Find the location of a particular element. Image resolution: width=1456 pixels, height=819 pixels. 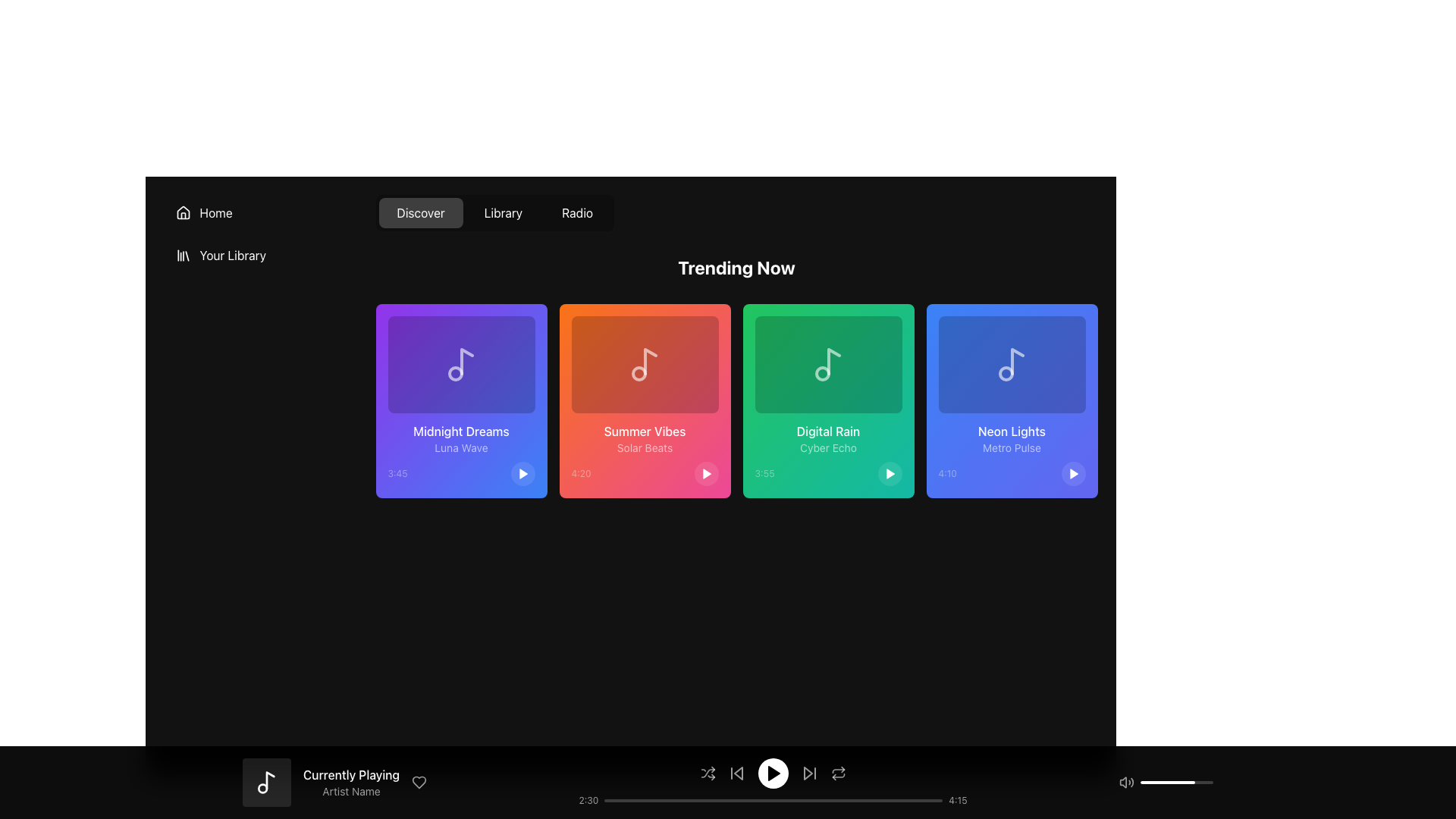

playback position is located at coordinates (784, 800).